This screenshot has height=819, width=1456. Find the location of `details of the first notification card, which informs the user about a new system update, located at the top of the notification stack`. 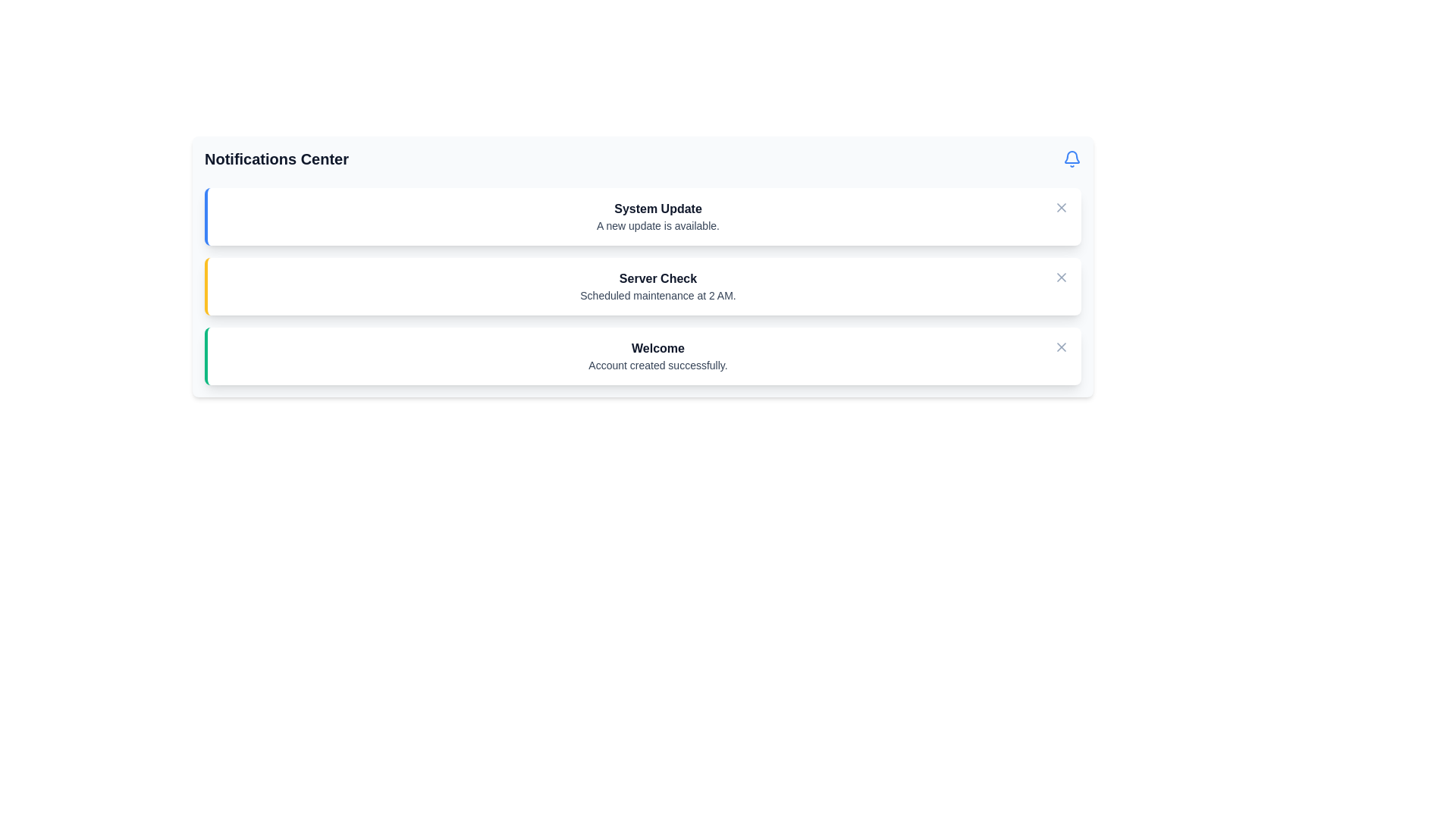

details of the first notification card, which informs the user about a new system update, located at the top of the notification stack is located at coordinates (643, 216).